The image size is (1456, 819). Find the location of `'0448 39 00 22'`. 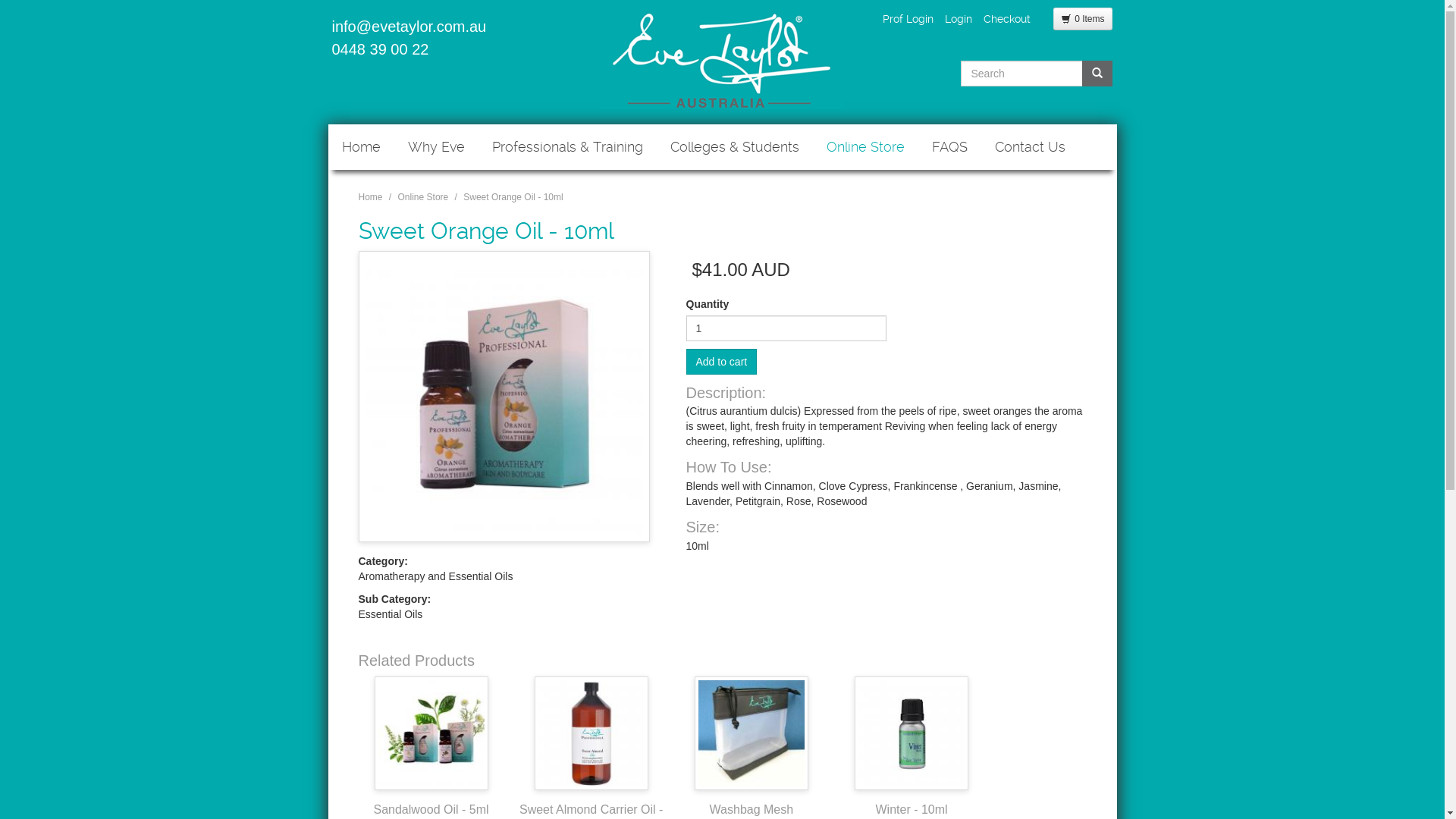

'0448 39 00 22' is located at coordinates (381, 49).